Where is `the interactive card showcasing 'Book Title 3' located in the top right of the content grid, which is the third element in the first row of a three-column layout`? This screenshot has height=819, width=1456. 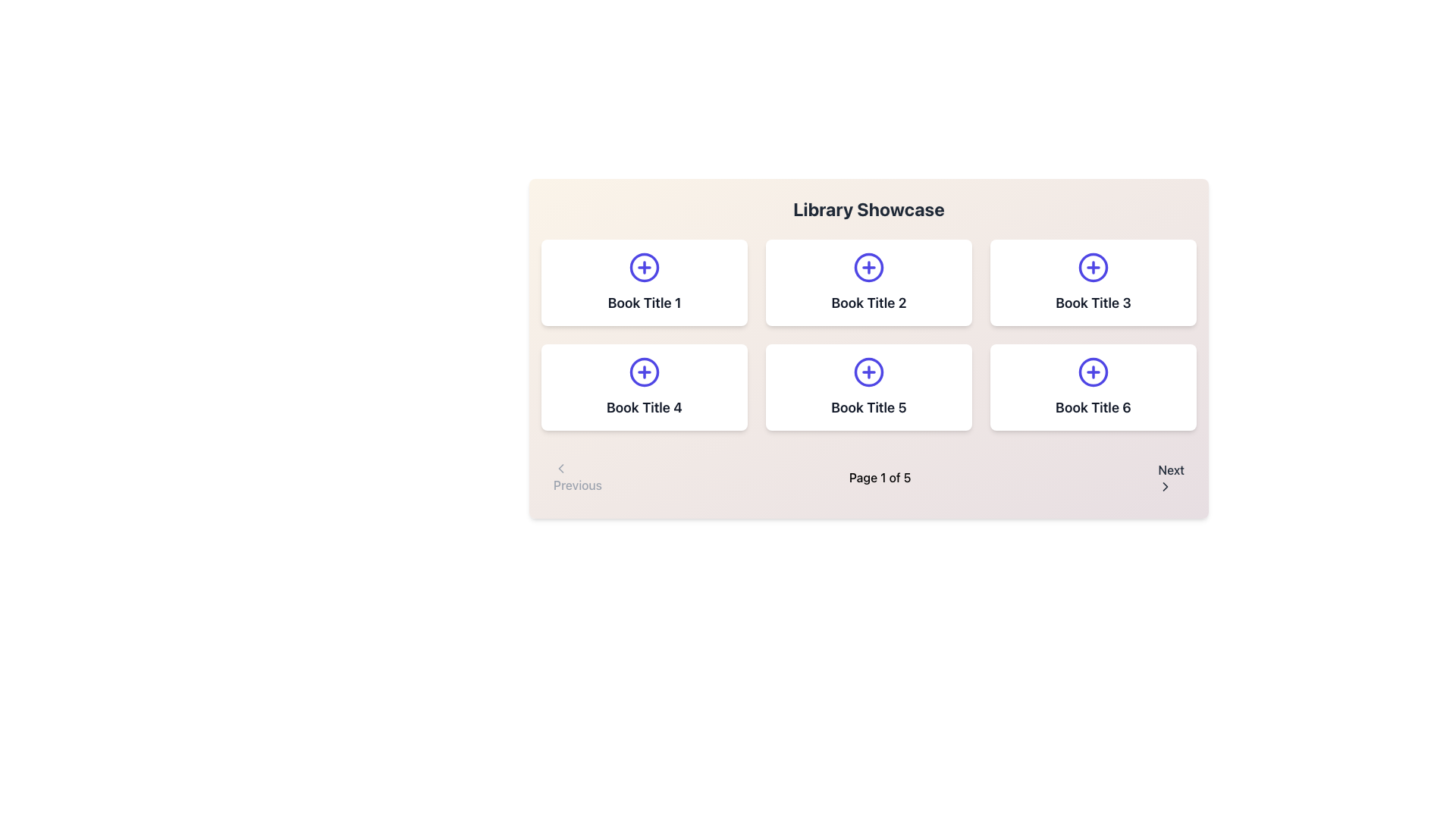 the interactive card showcasing 'Book Title 3' located in the top right of the content grid, which is the third element in the first row of a three-column layout is located at coordinates (1093, 283).